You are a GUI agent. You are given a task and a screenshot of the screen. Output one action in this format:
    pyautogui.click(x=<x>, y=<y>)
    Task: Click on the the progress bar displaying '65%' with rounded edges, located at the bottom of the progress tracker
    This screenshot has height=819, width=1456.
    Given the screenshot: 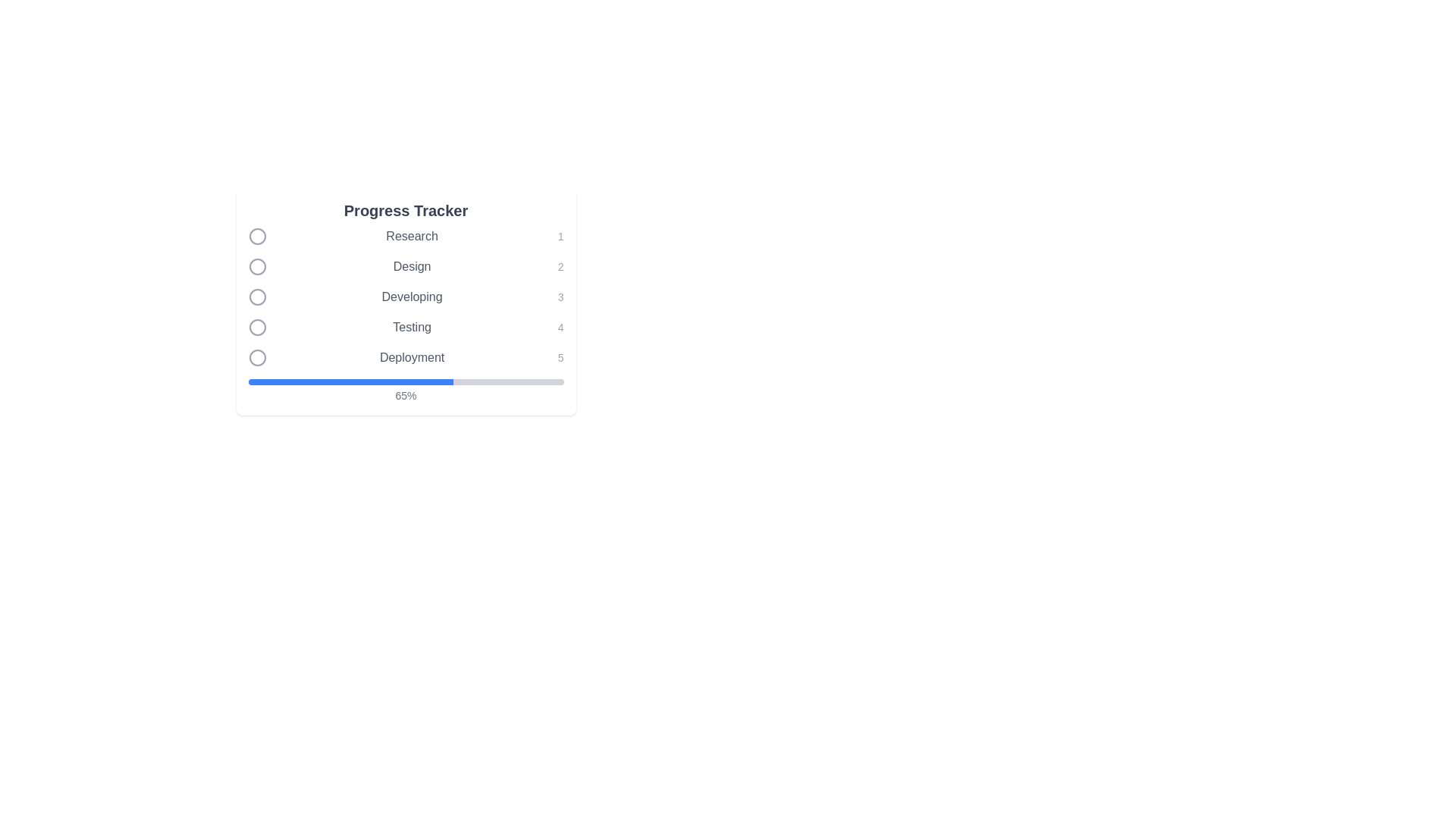 What is the action you would take?
    pyautogui.click(x=406, y=391)
    